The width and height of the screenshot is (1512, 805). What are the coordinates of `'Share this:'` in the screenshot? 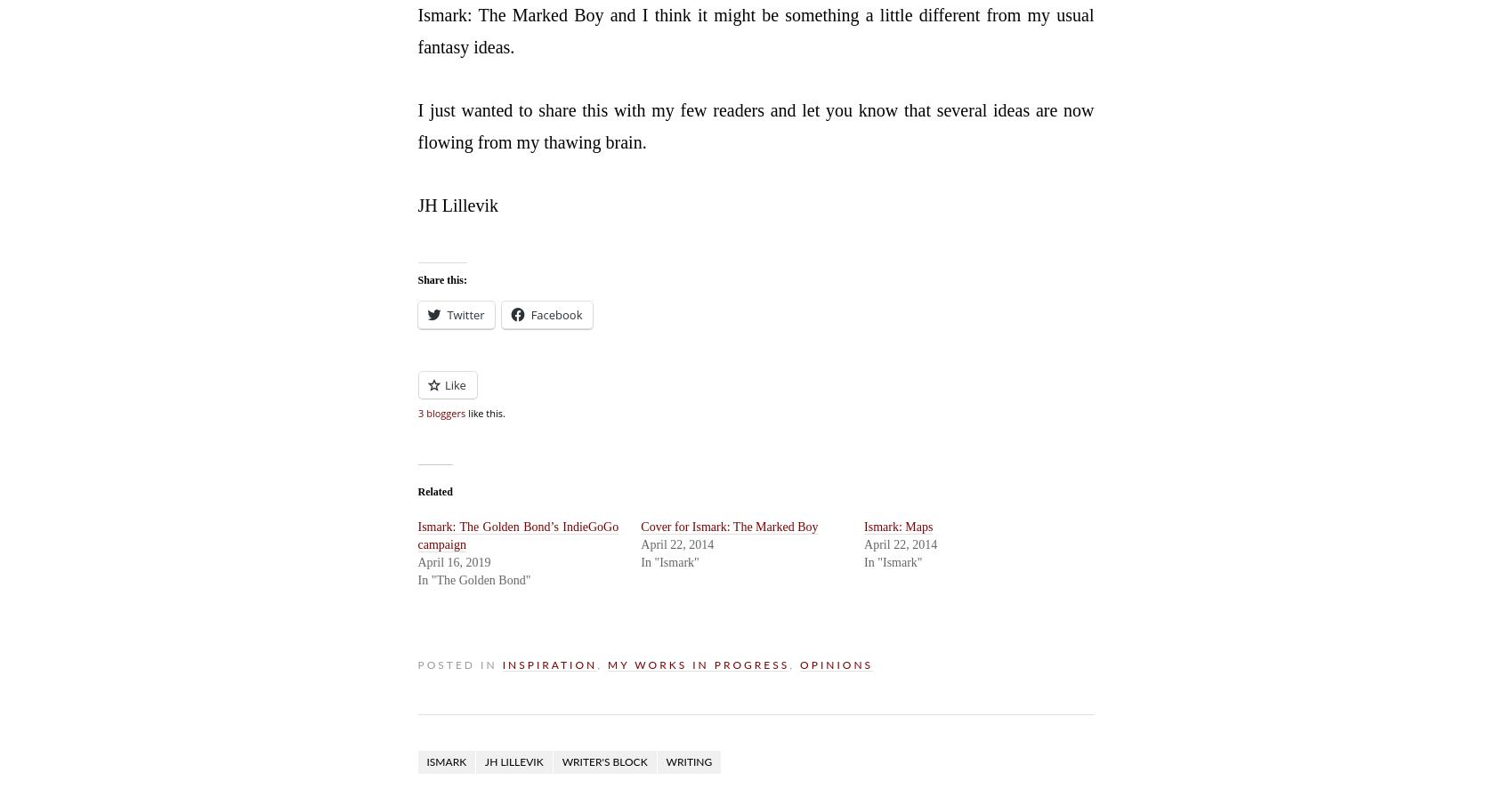 It's located at (441, 279).